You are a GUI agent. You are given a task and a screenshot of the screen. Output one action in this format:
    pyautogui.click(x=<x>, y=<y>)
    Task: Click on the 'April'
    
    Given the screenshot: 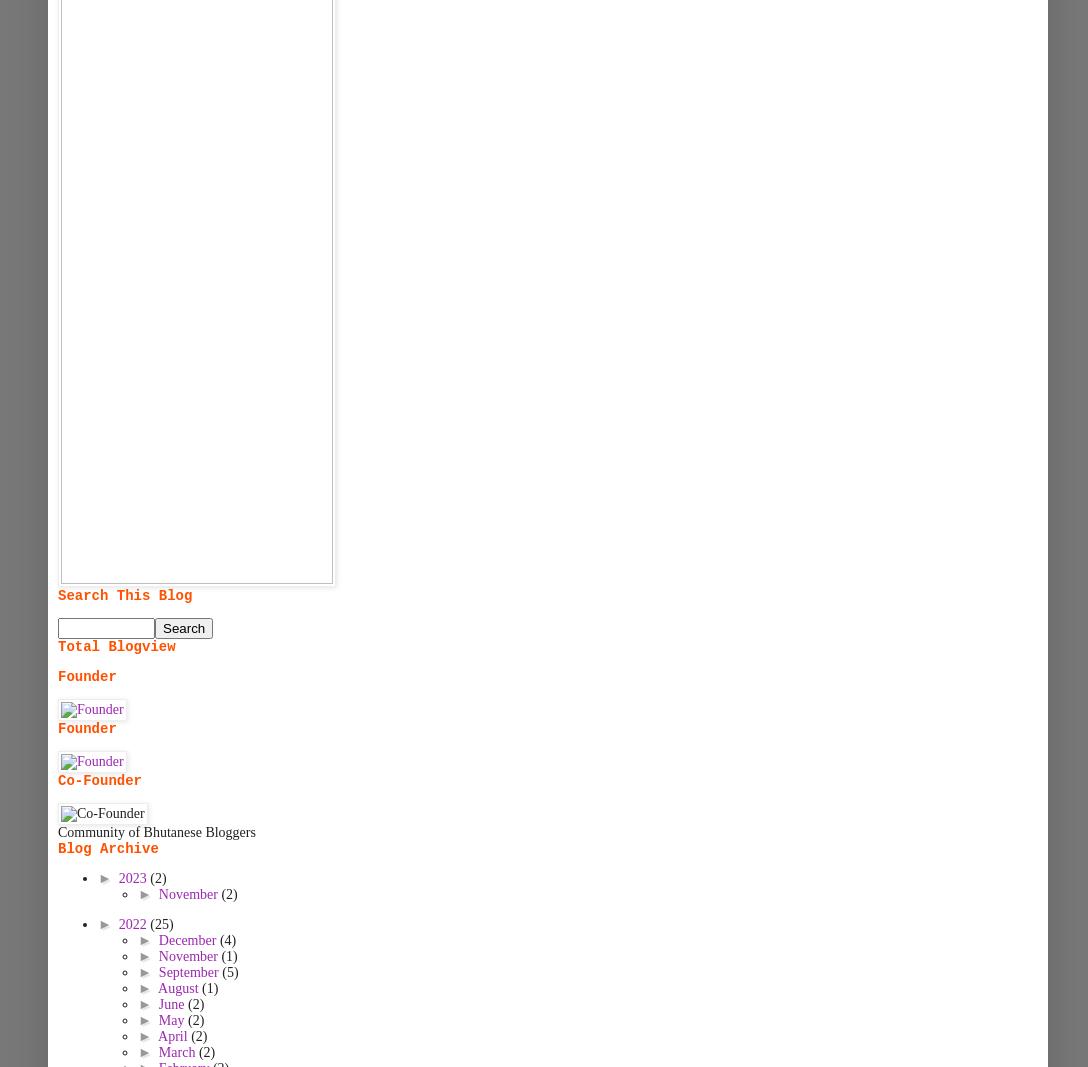 What is the action you would take?
    pyautogui.click(x=173, y=1036)
    